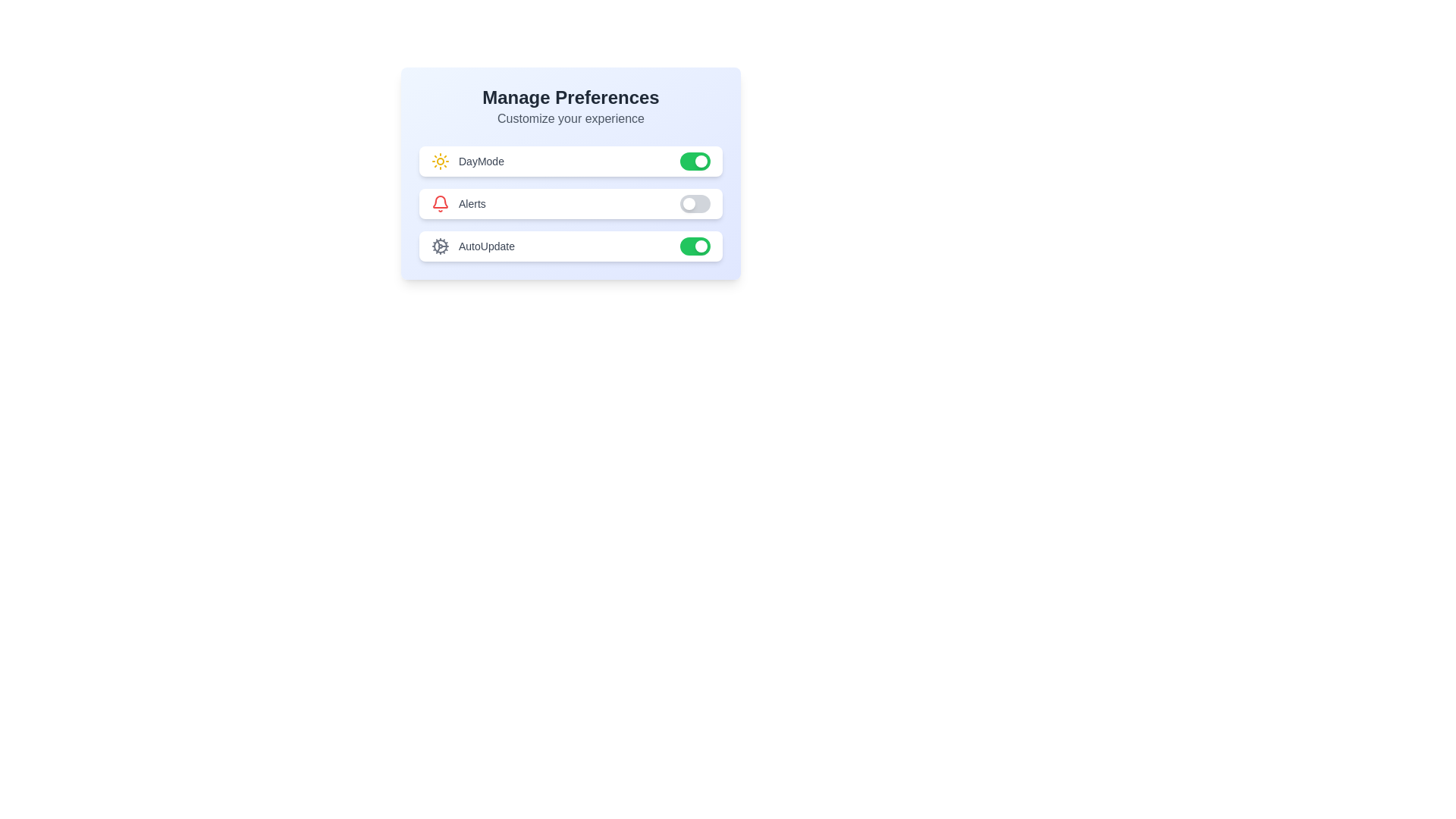 The width and height of the screenshot is (1456, 819). I want to click on the toggle switch with a green background and a white circular indicator, located to the far right of the 'AutoUpdate' row in the control panel interface, to change its state, so click(694, 245).